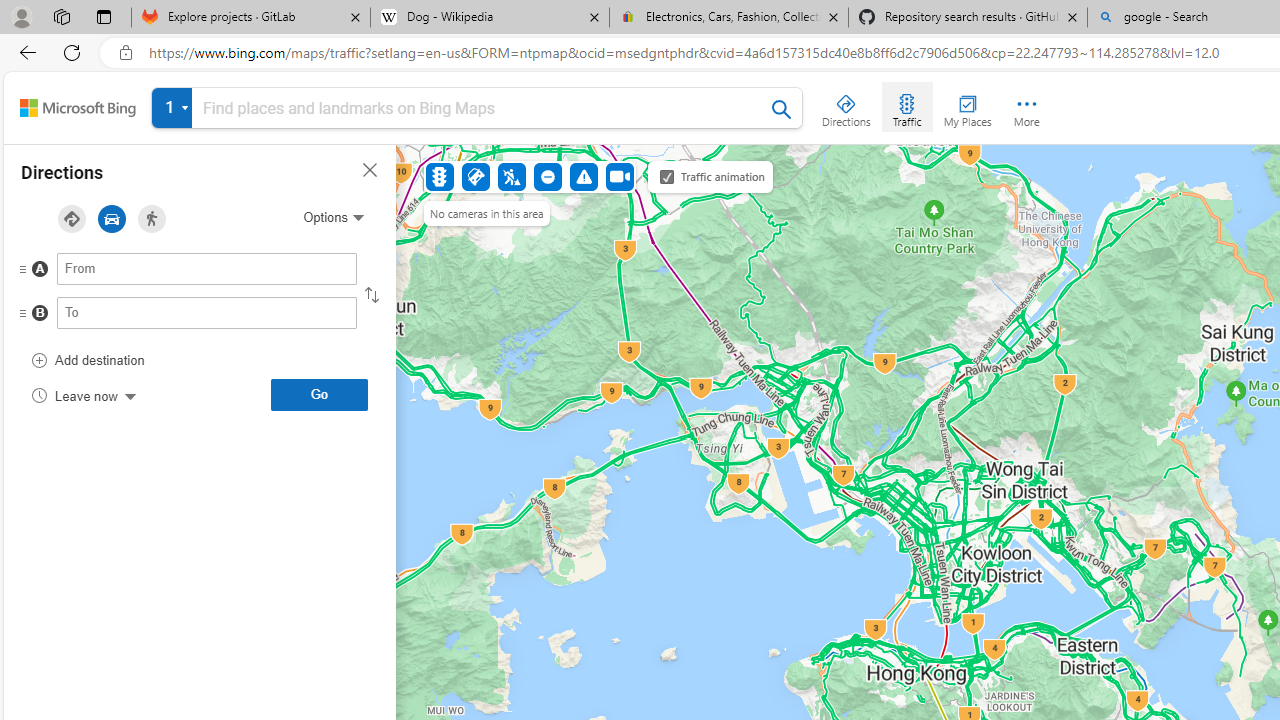  I want to click on 'Close tab', so click(1071, 17).